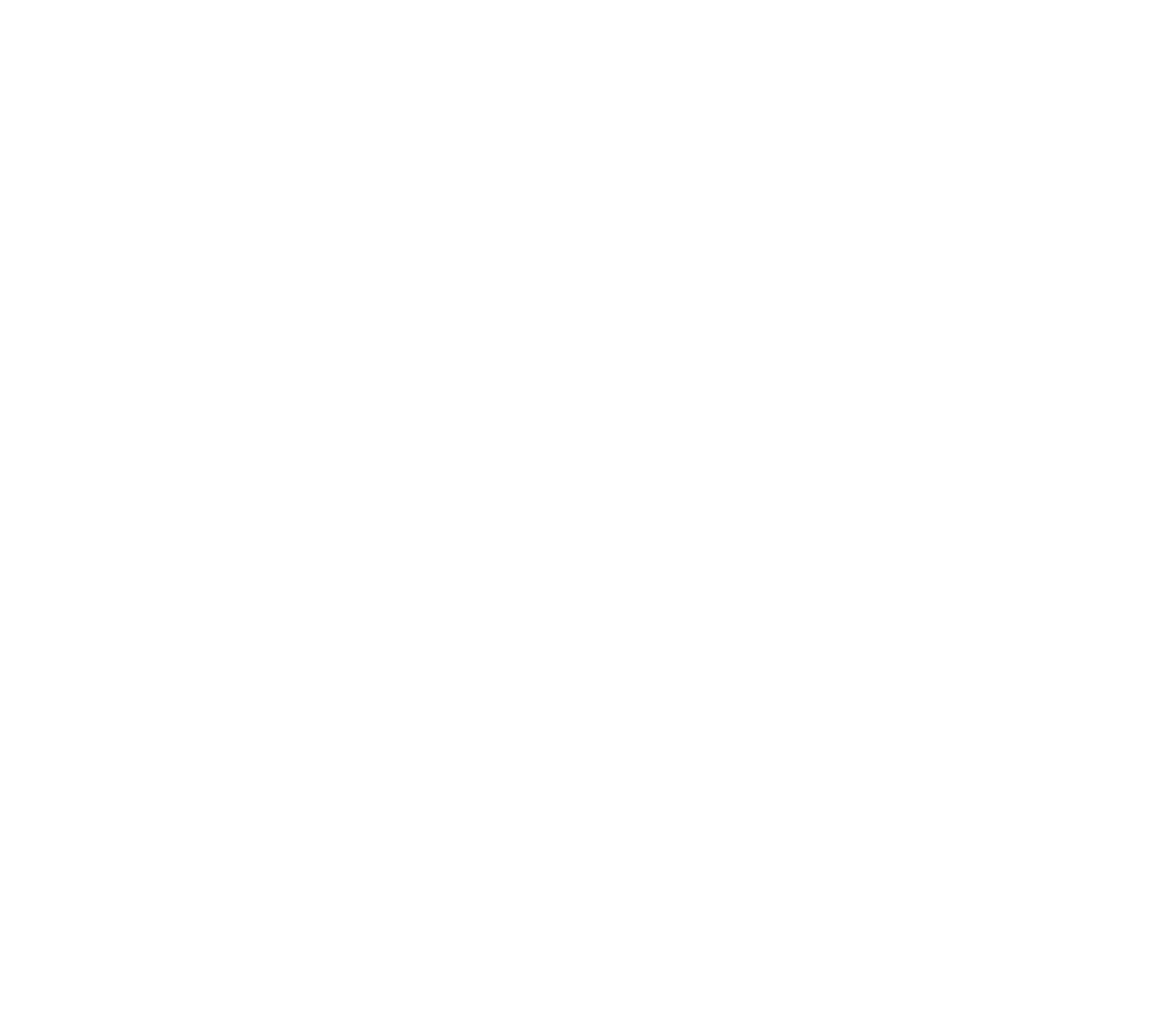 The height and width of the screenshot is (1028, 1176). I want to click on 'Yamaha Debuts New Studio Monitors with HS Series Updates', so click(1000, 417).